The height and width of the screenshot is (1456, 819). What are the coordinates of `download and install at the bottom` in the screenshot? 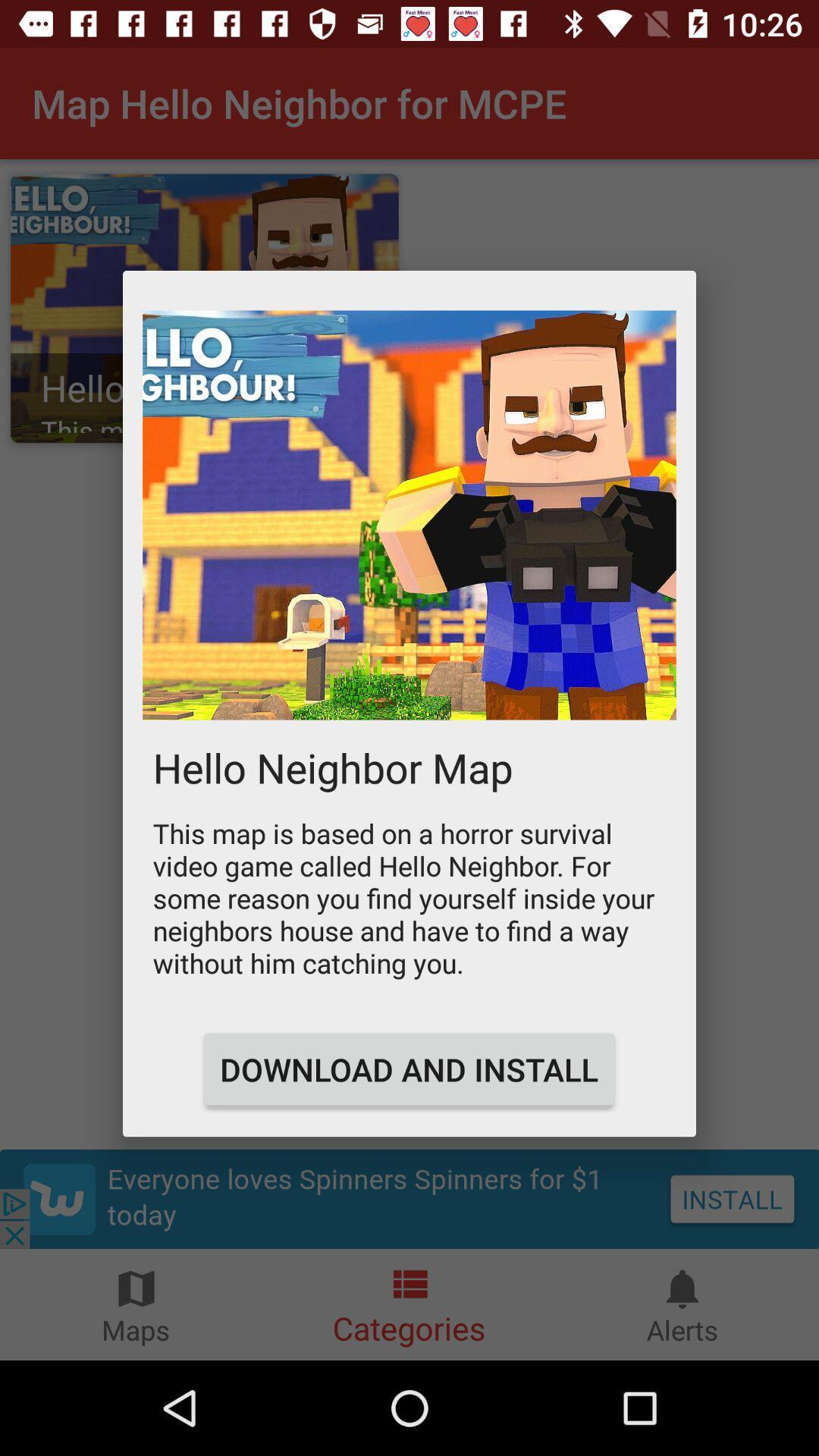 It's located at (408, 1068).